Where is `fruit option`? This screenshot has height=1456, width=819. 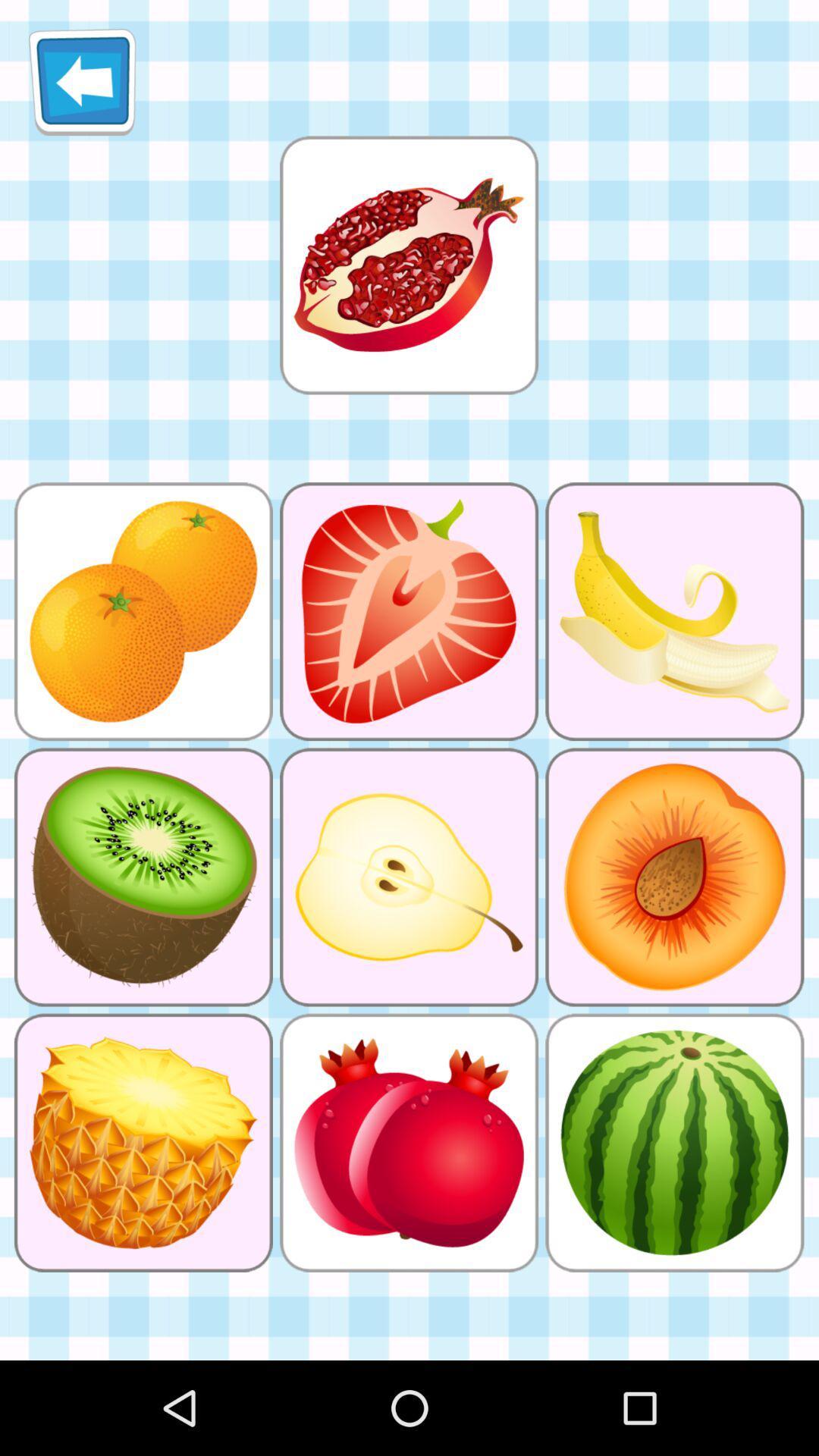 fruit option is located at coordinates (408, 265).